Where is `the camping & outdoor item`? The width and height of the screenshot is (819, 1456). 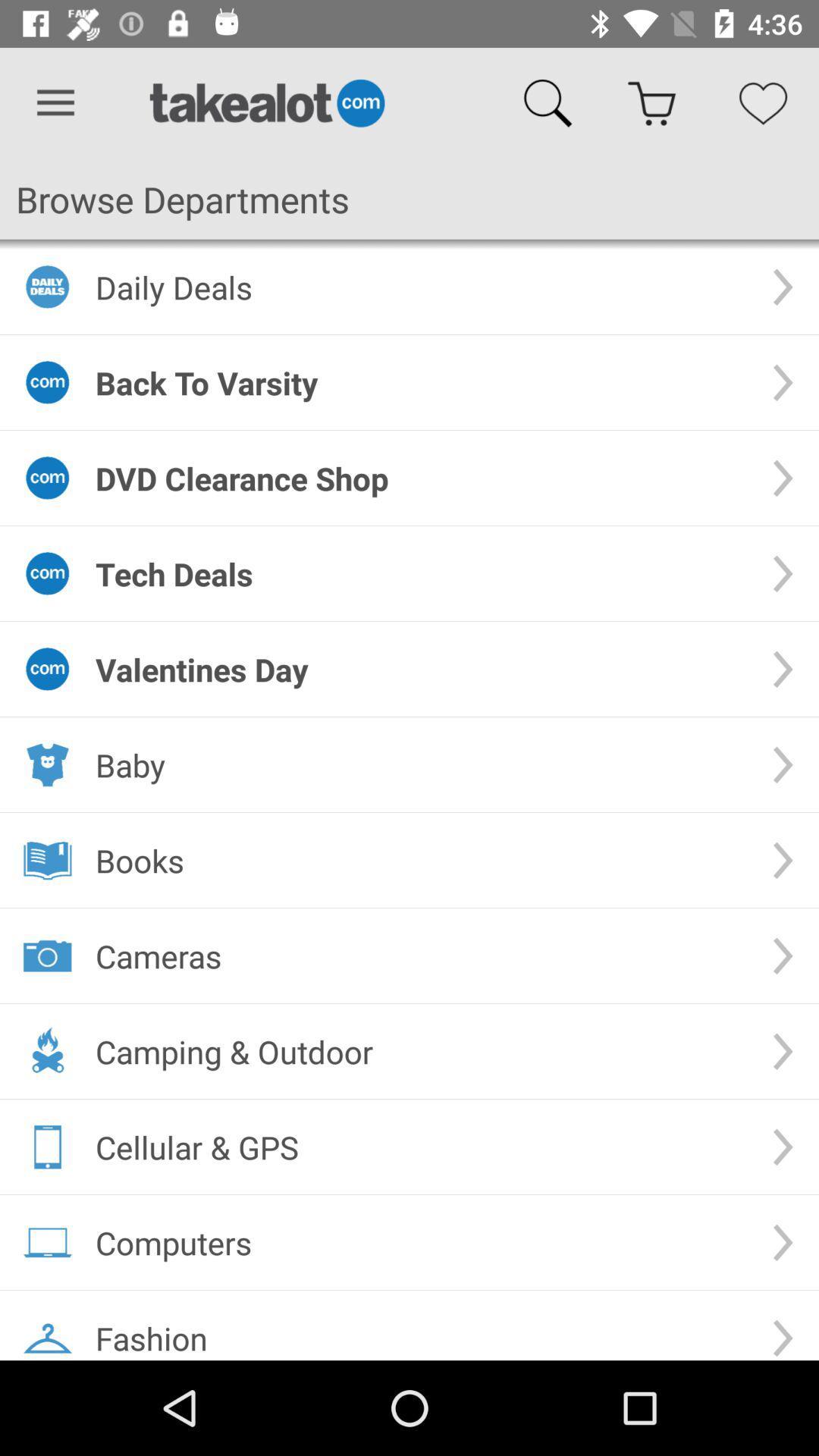
the camping & outdoor item is located at coordinates (421, 1050).